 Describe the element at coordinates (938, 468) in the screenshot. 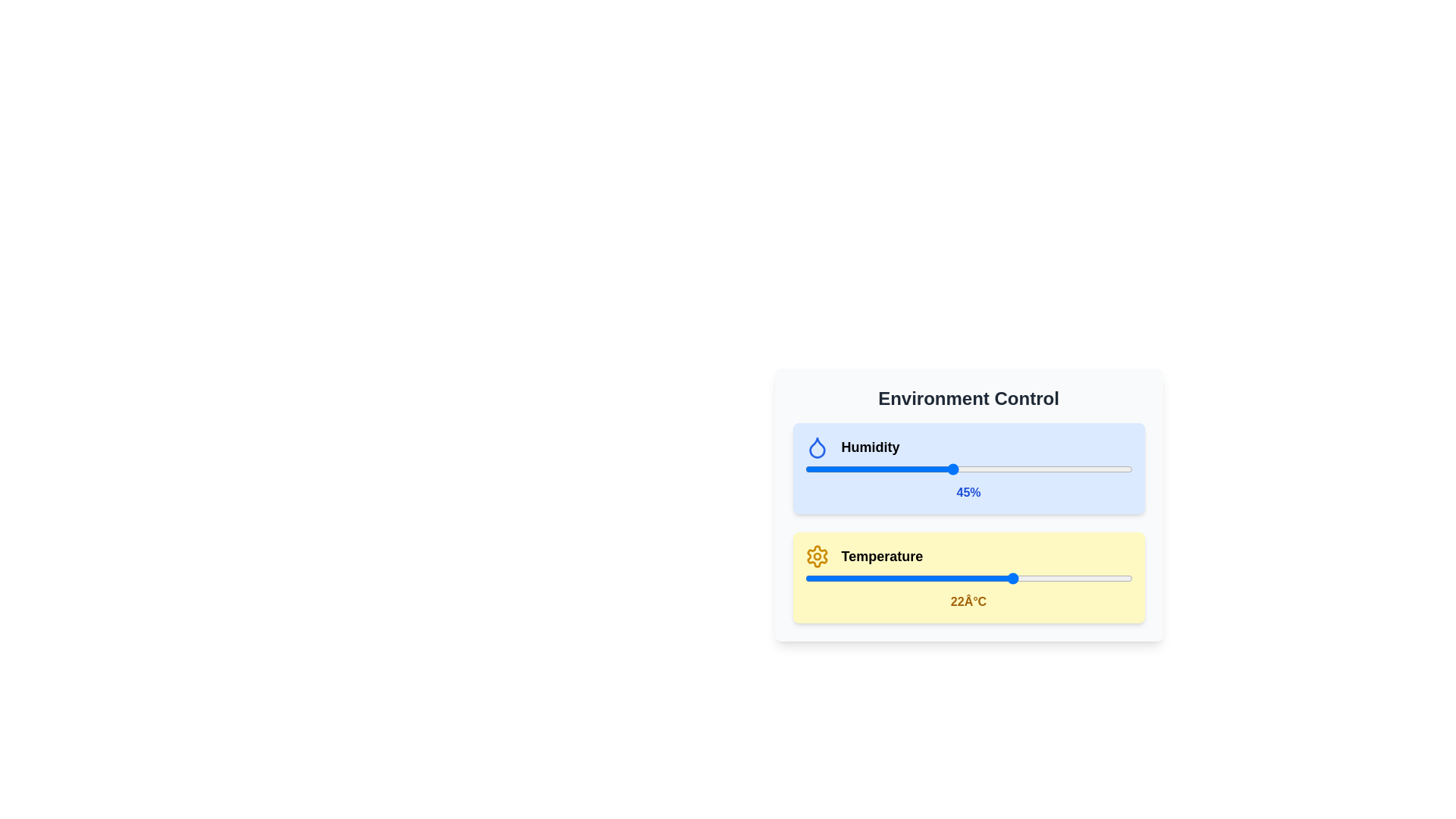

I see `the humidity slider to set the humidity level to 41%` at that location.